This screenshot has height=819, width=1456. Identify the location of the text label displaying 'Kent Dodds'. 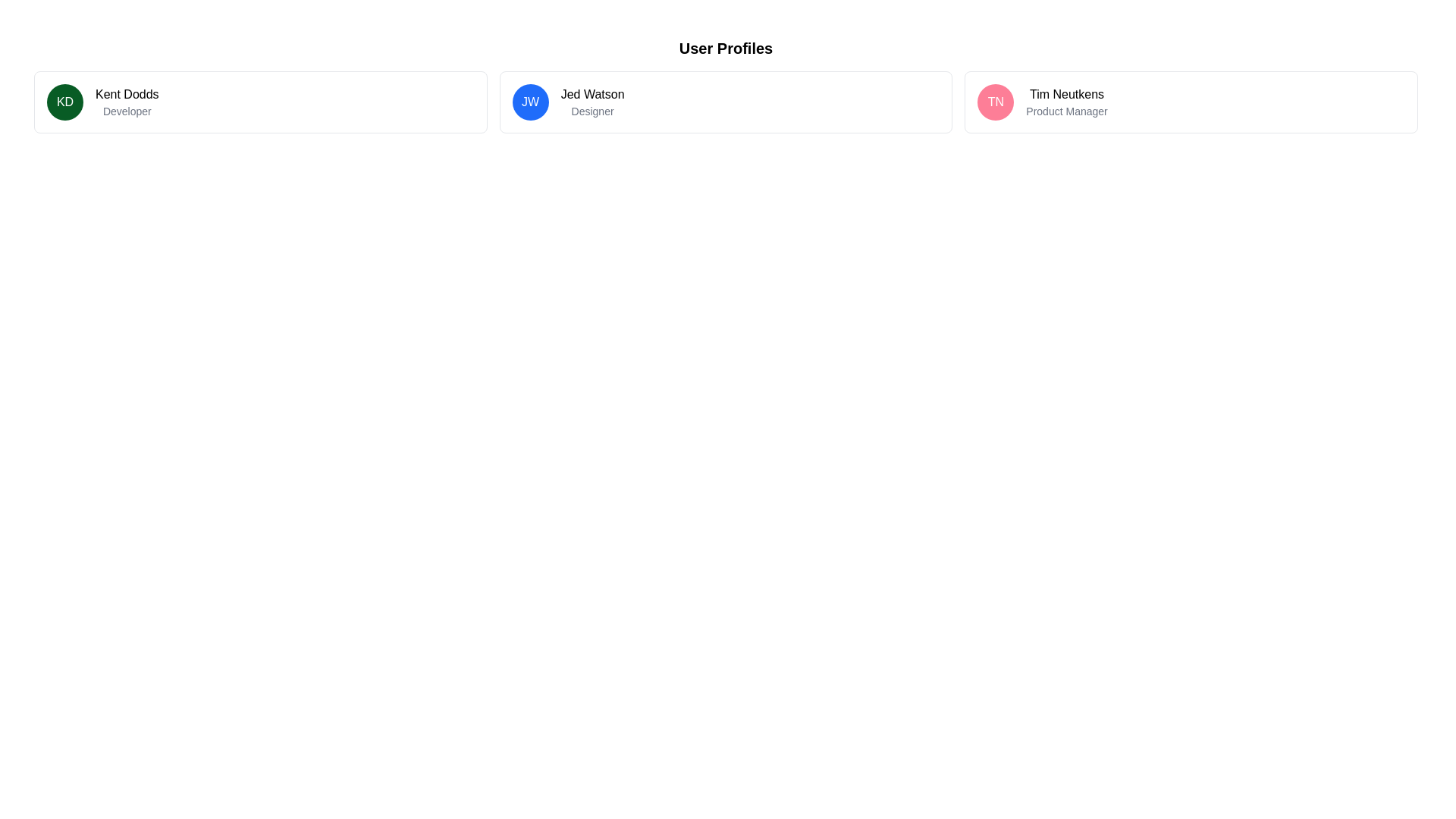
(127, 94).